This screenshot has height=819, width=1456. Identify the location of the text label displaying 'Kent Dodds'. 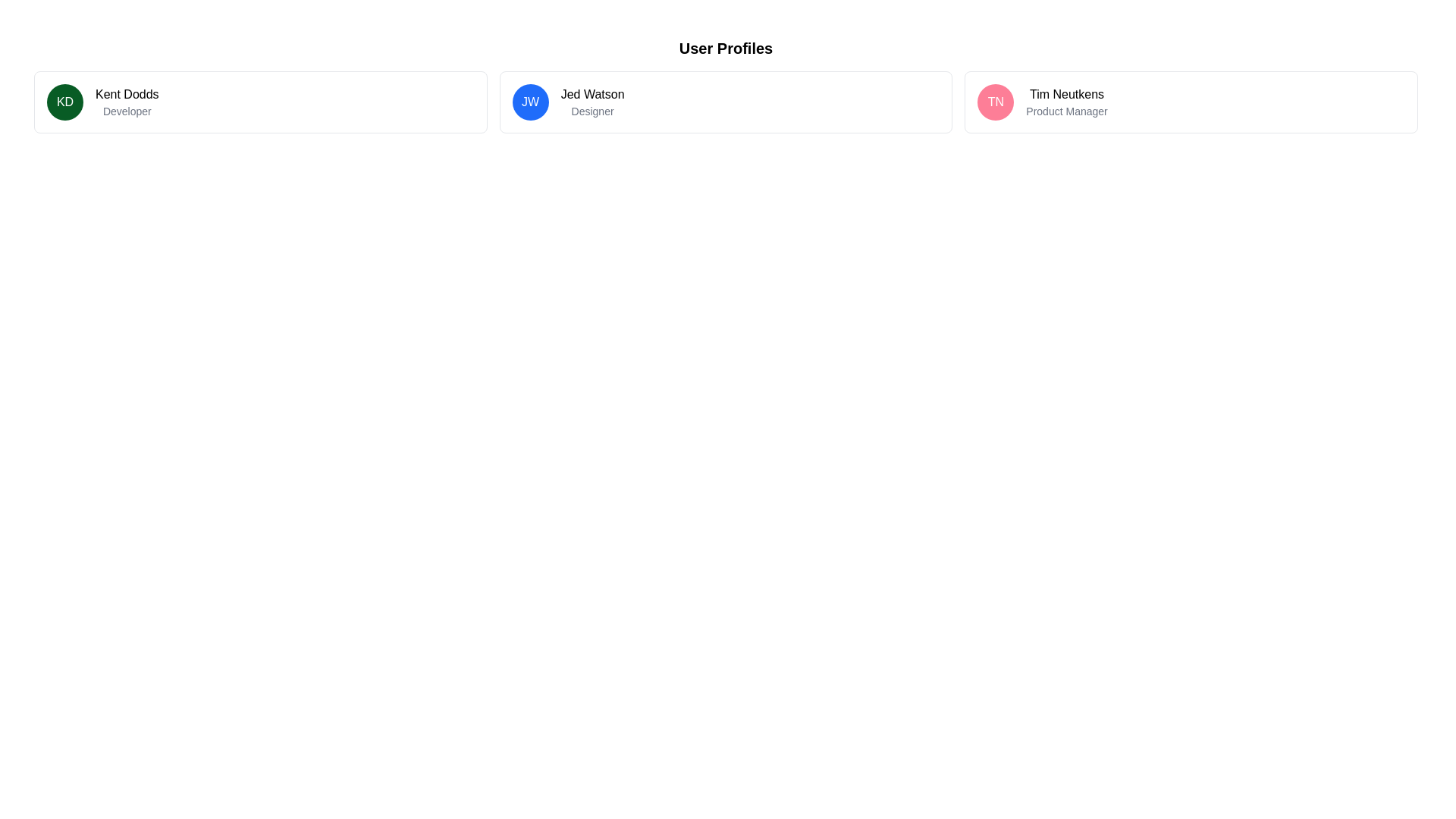
(127, 94).